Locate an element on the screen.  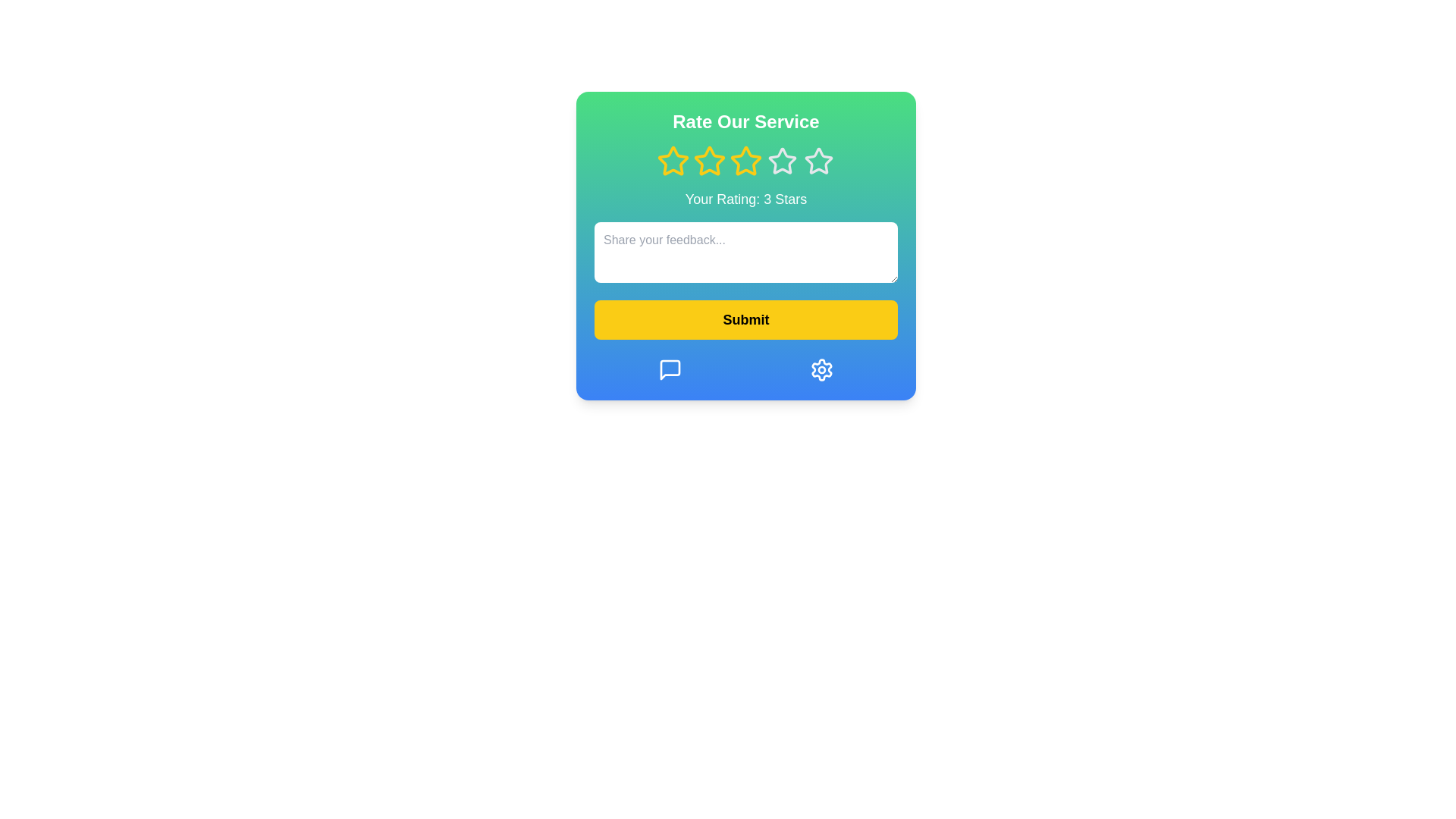
the fourth star in the interactive rating star component is located at coordinates (817, 161).